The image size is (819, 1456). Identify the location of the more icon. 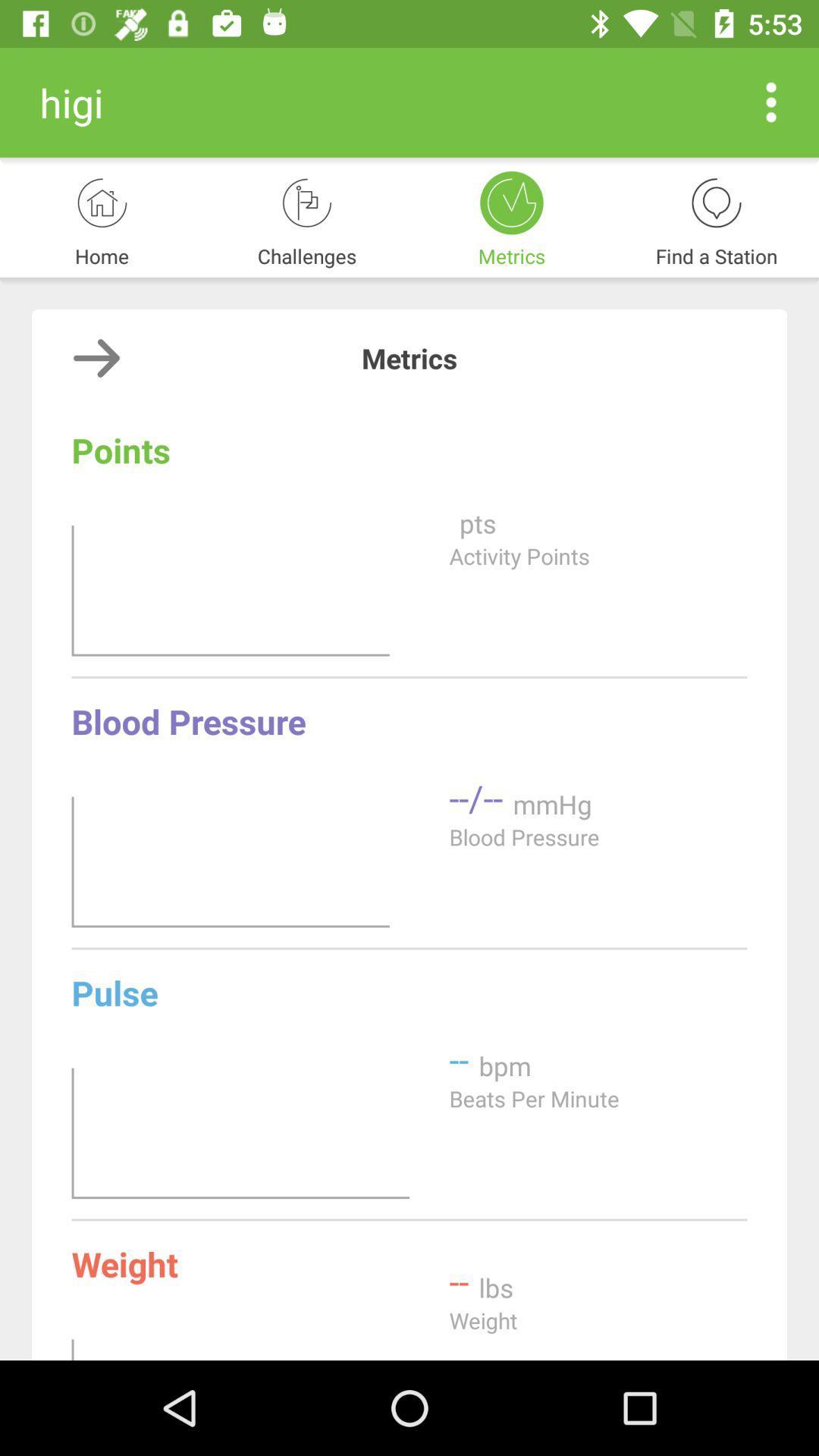
(771, 101).